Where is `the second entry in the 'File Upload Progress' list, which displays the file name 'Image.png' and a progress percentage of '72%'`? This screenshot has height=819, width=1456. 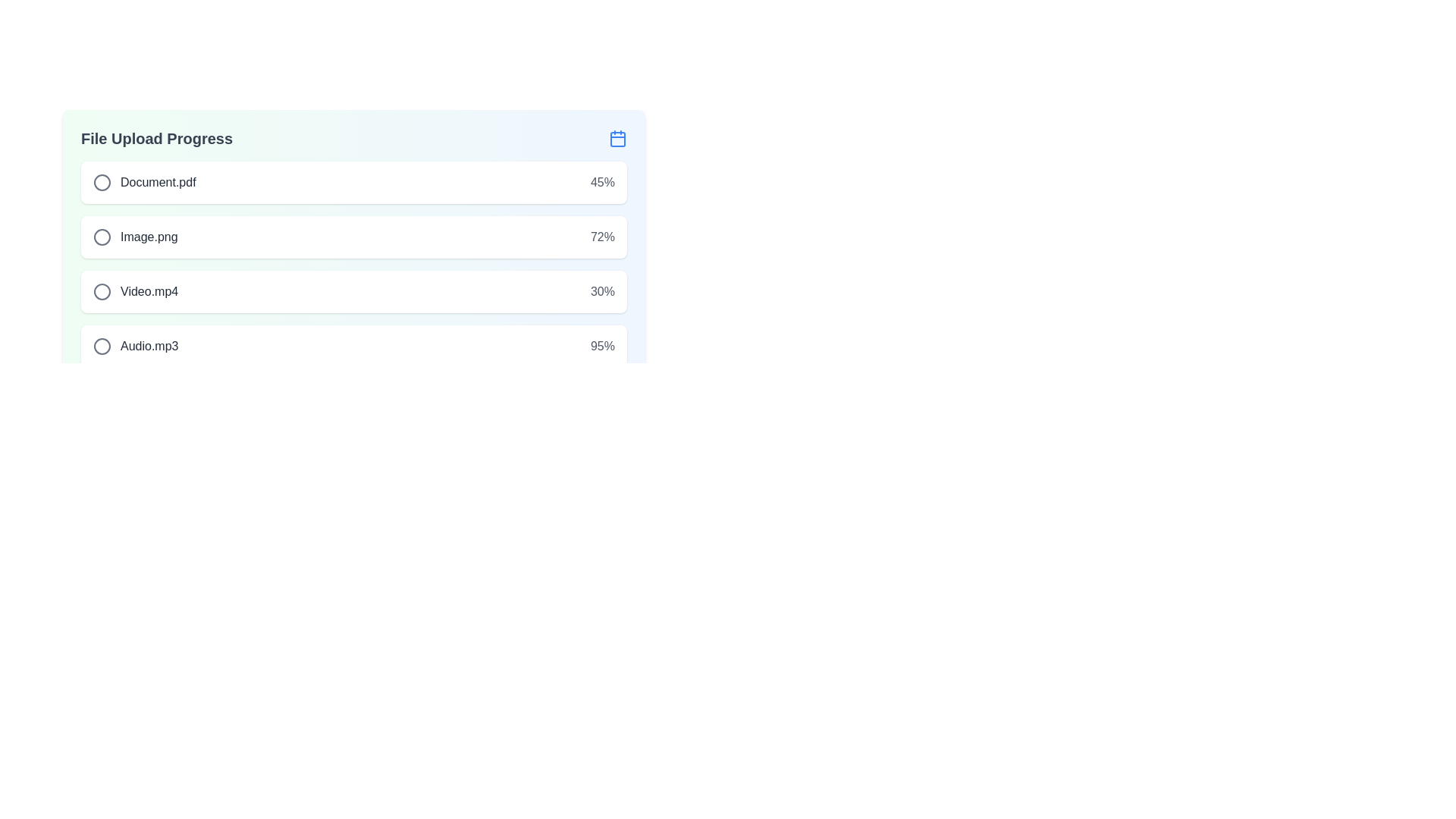
the second entry in the 'File Upload Progress' list, which displays the file name 'Image.png' and a progress percentage of '72%' is located at coordinates (353, 237).